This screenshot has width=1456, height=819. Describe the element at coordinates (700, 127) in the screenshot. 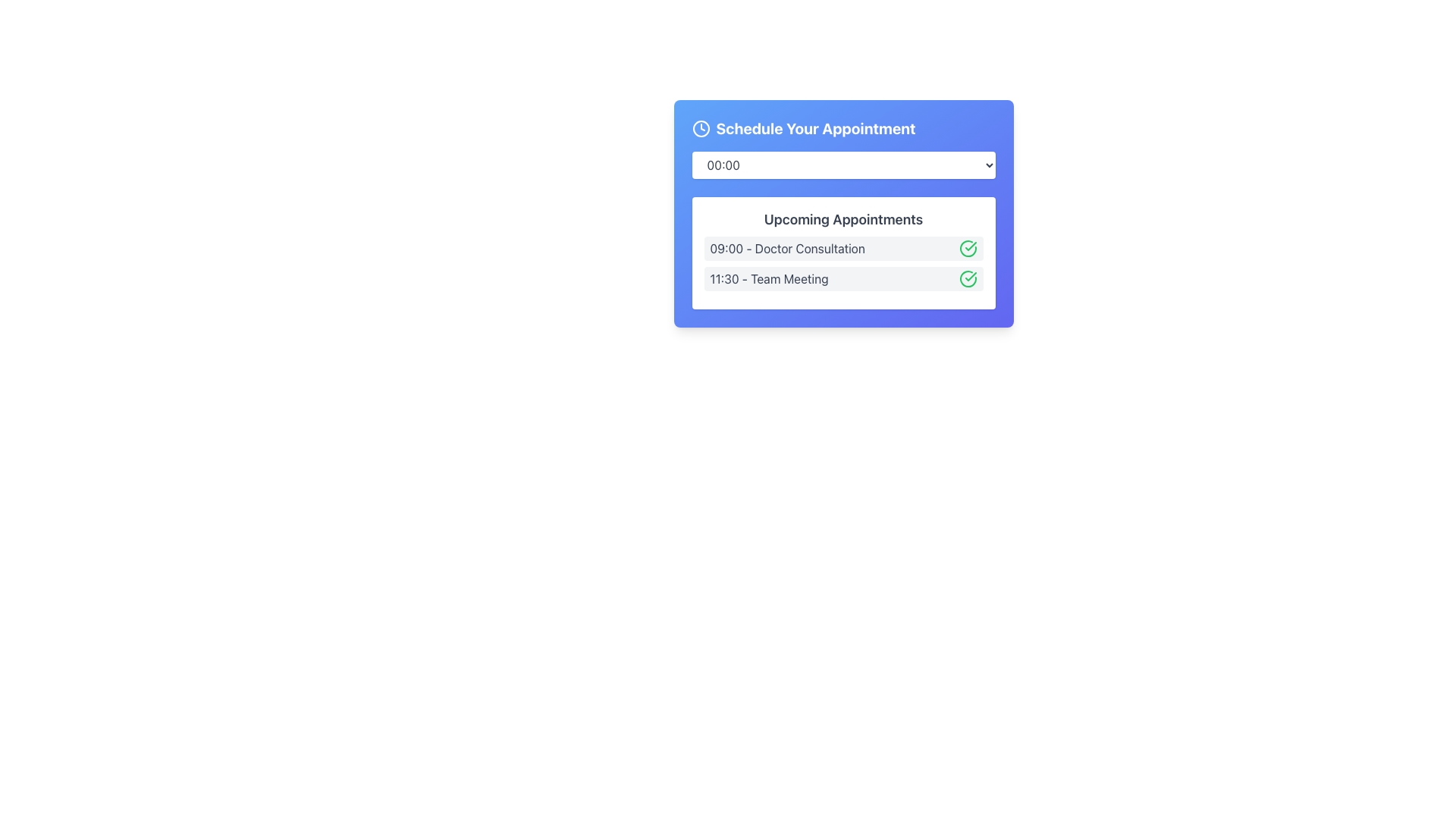

I see `the decorative SVG circle element that represents the center of the clock icon, which is located to the left of the 'Schedule Your Appointment' header text` at that location.